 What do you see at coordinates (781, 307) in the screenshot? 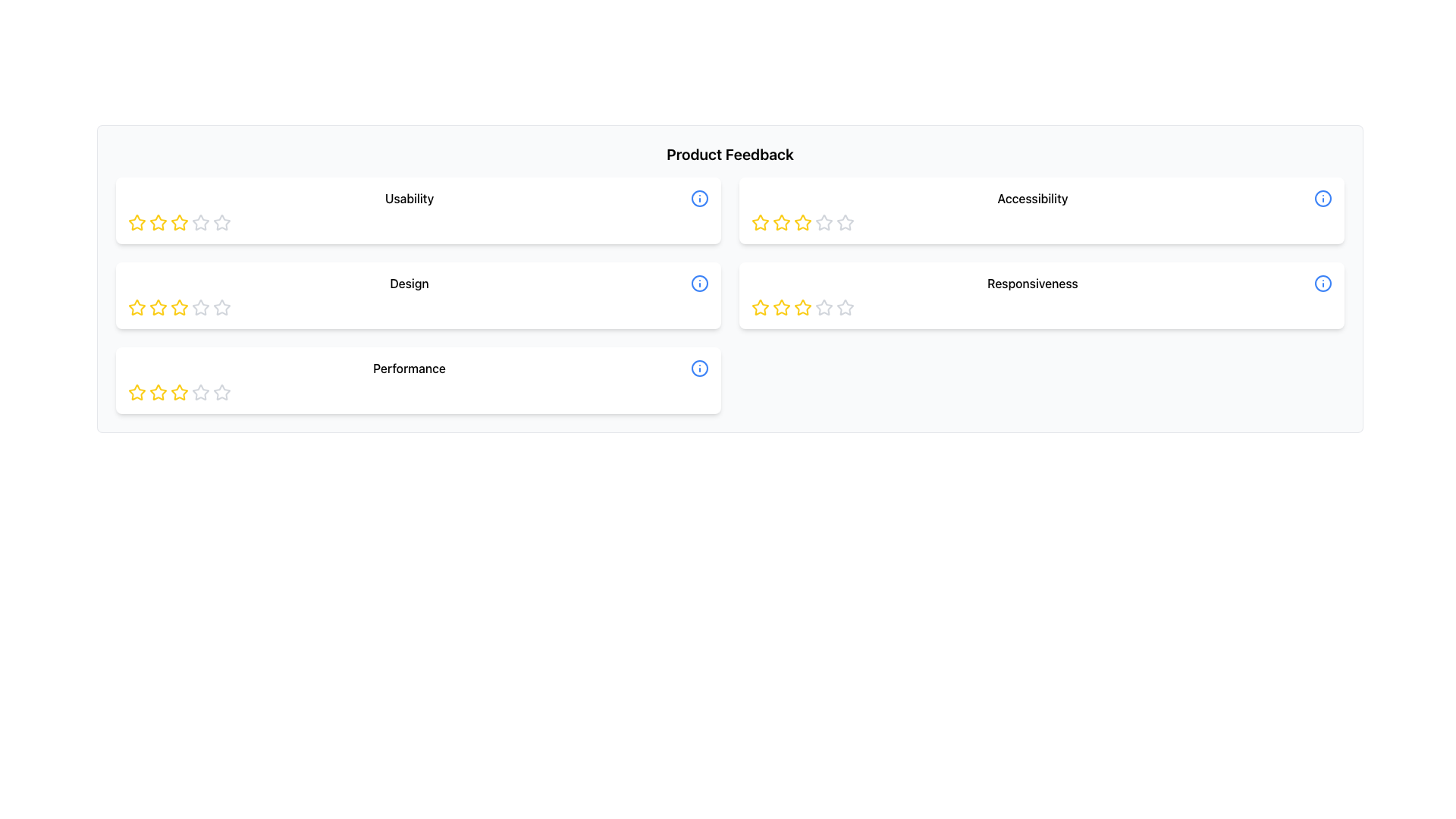
I see `the second star icon in the five-star rating scale for the 'Responsiveness' category to rate it` at bounding box center [781, 307].